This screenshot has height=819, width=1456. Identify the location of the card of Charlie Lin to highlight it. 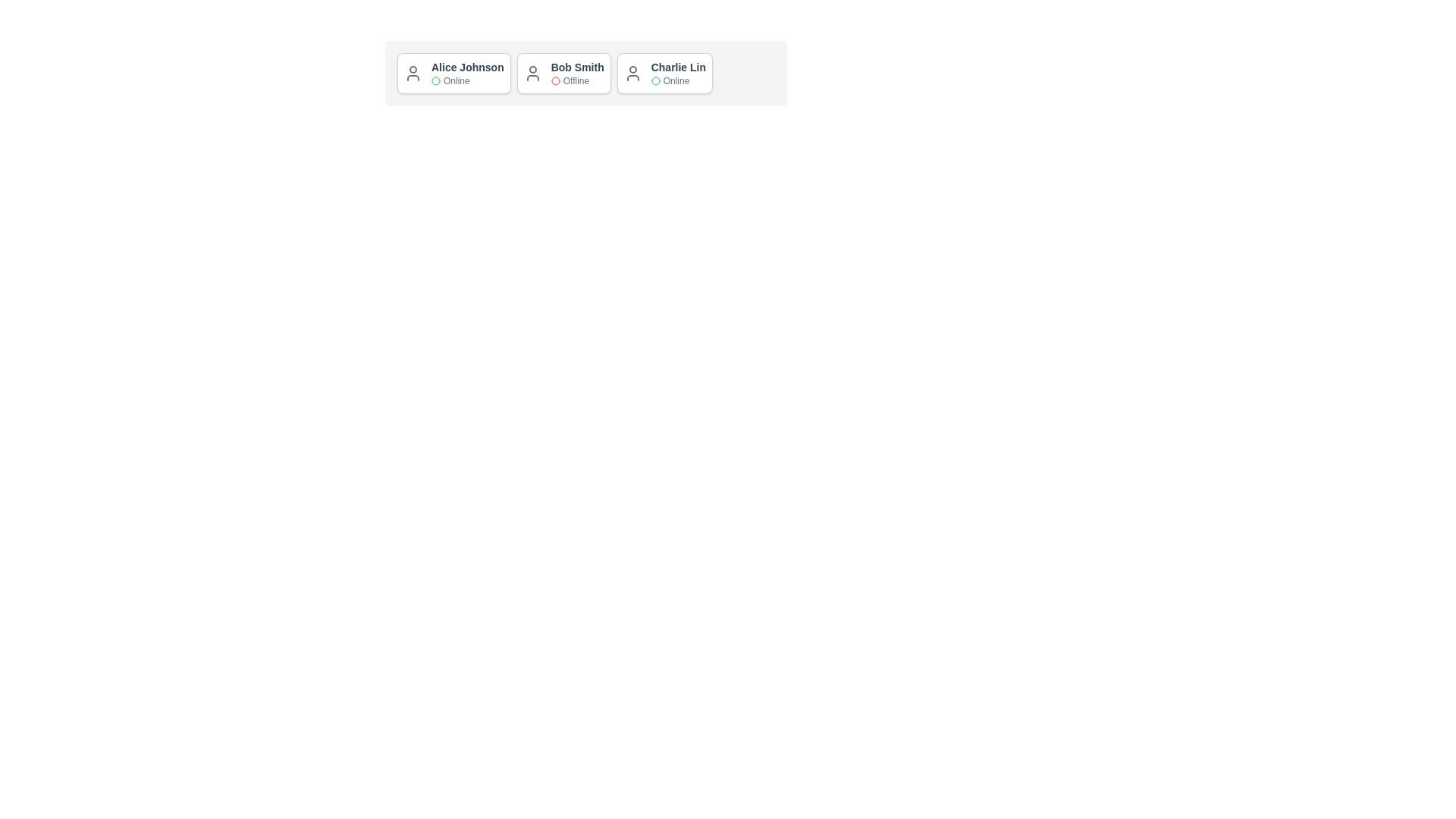
(664, 73).